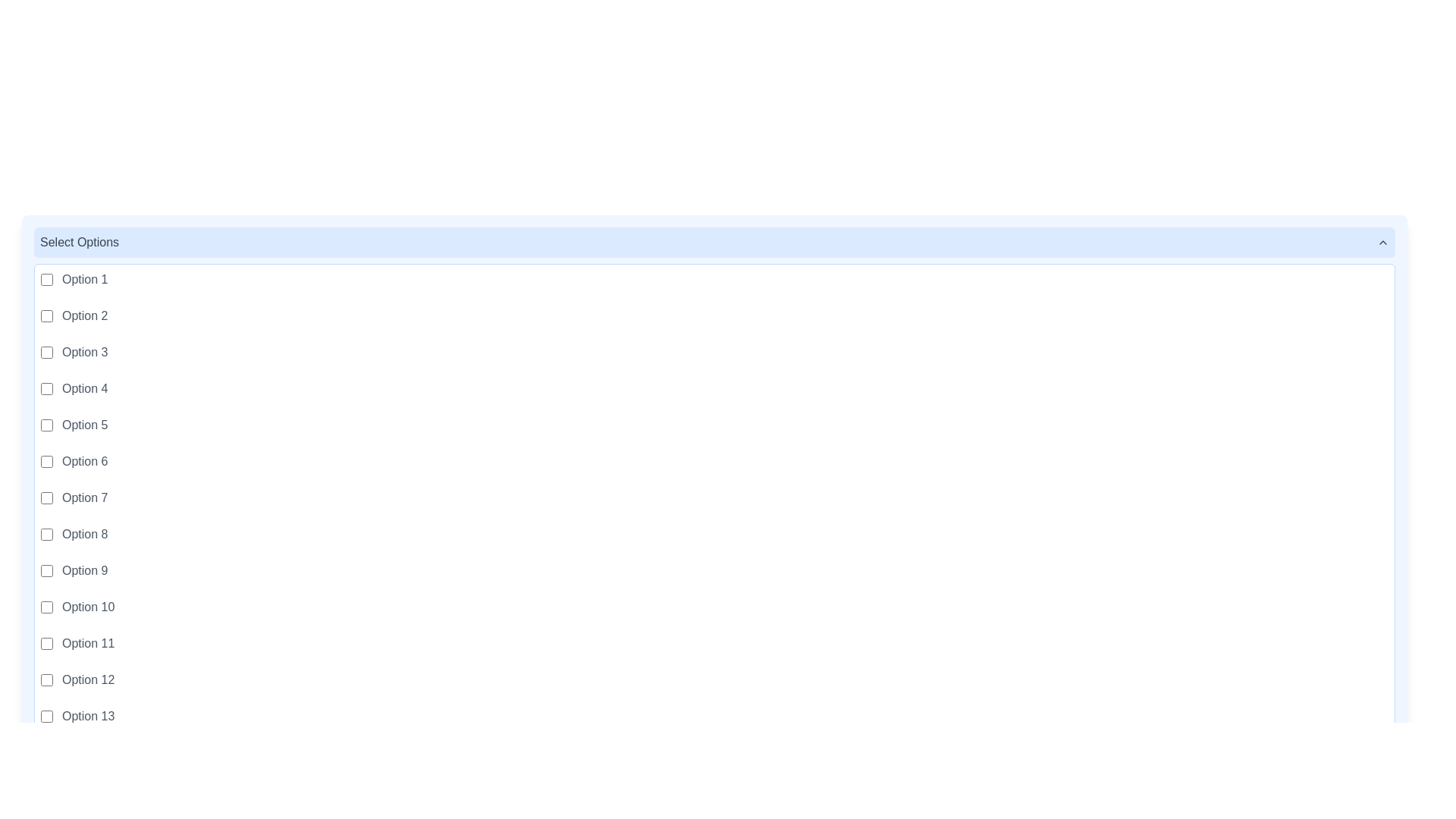 This screenshot has width=1456, height=819. Describe the element at coordinates (84, 425) in the screenshot. I see `the label displaying 'Option 5' in gray color` at that location.